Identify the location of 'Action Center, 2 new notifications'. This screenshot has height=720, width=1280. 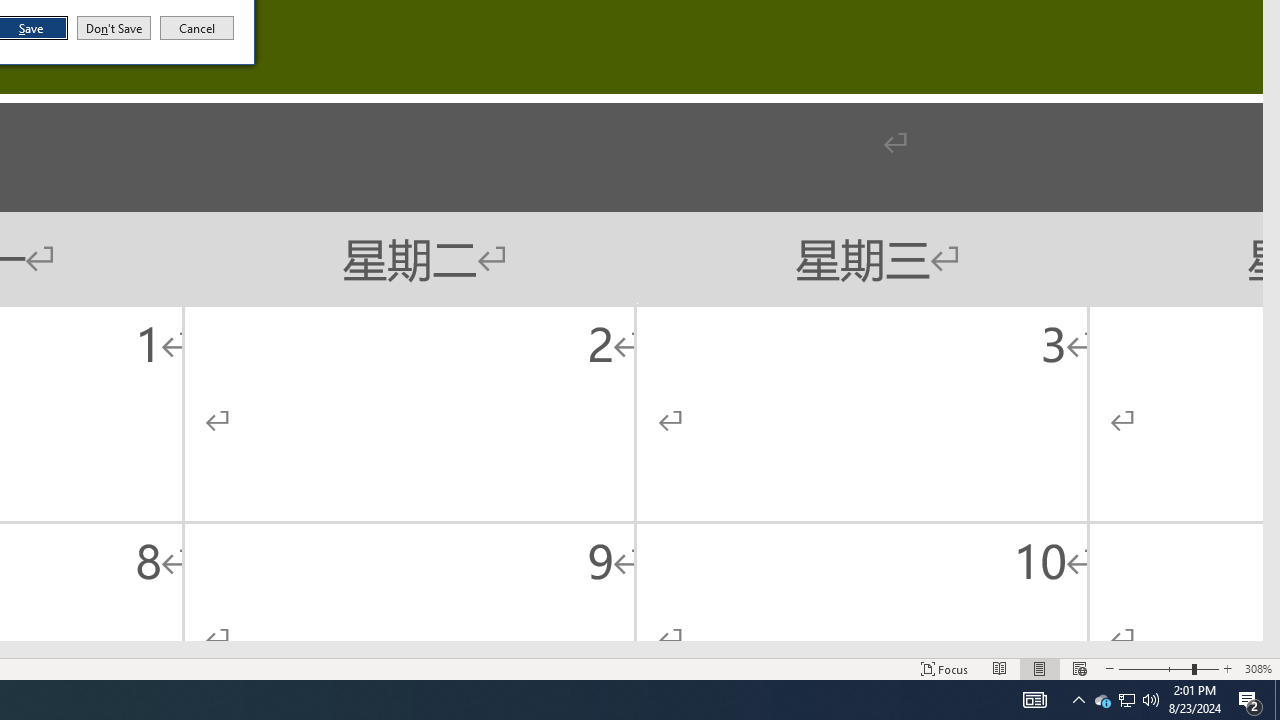
(1276, 698).